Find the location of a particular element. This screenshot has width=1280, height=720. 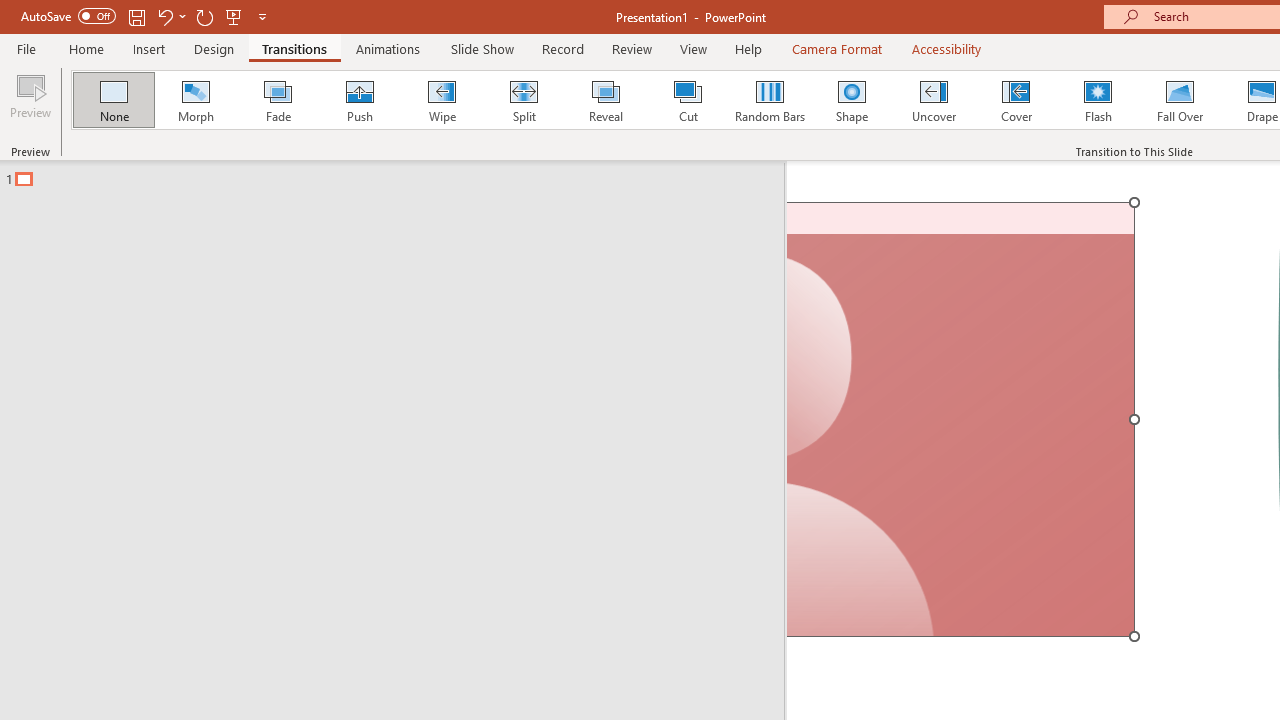

'Wipe' is located at coordinates (440, 100).